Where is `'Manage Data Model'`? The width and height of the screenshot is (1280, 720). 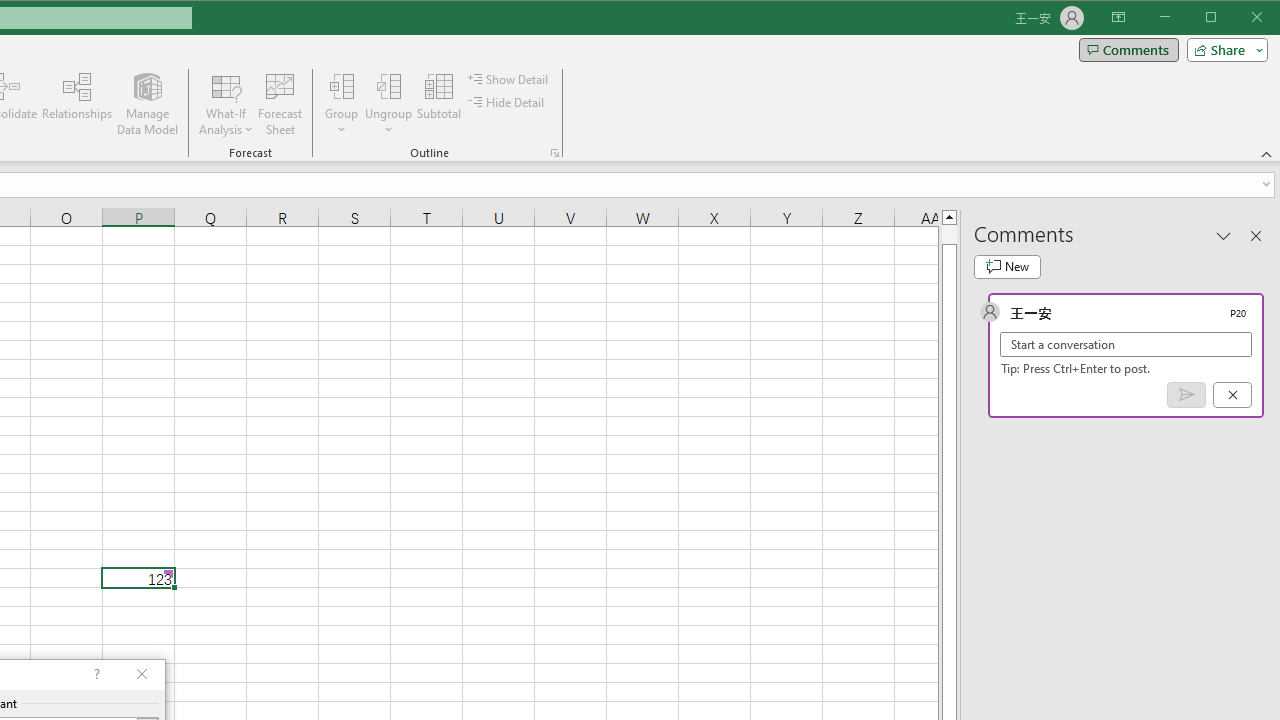 'Manage Data Model' is located at coordinates (146, 104).